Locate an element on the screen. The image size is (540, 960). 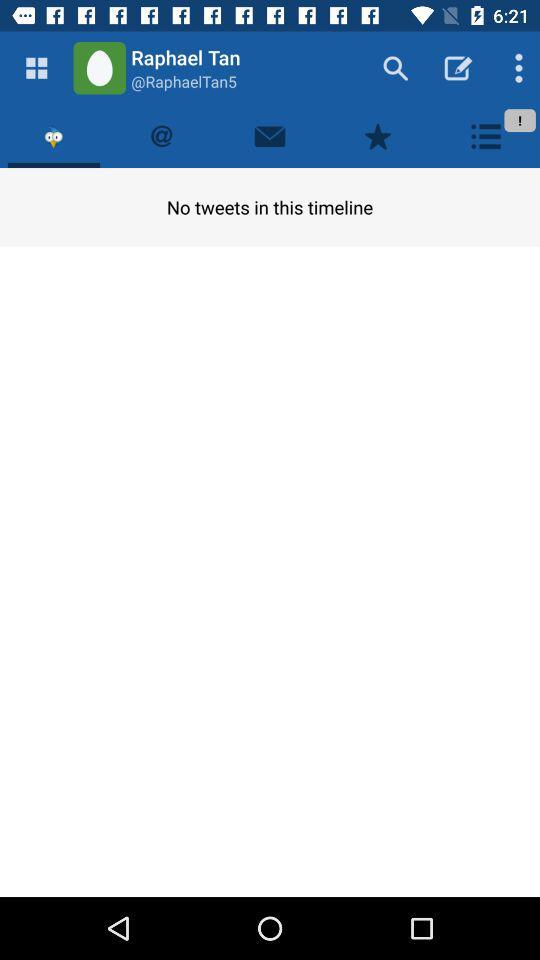
large icons is located at coordinates (36, 68).